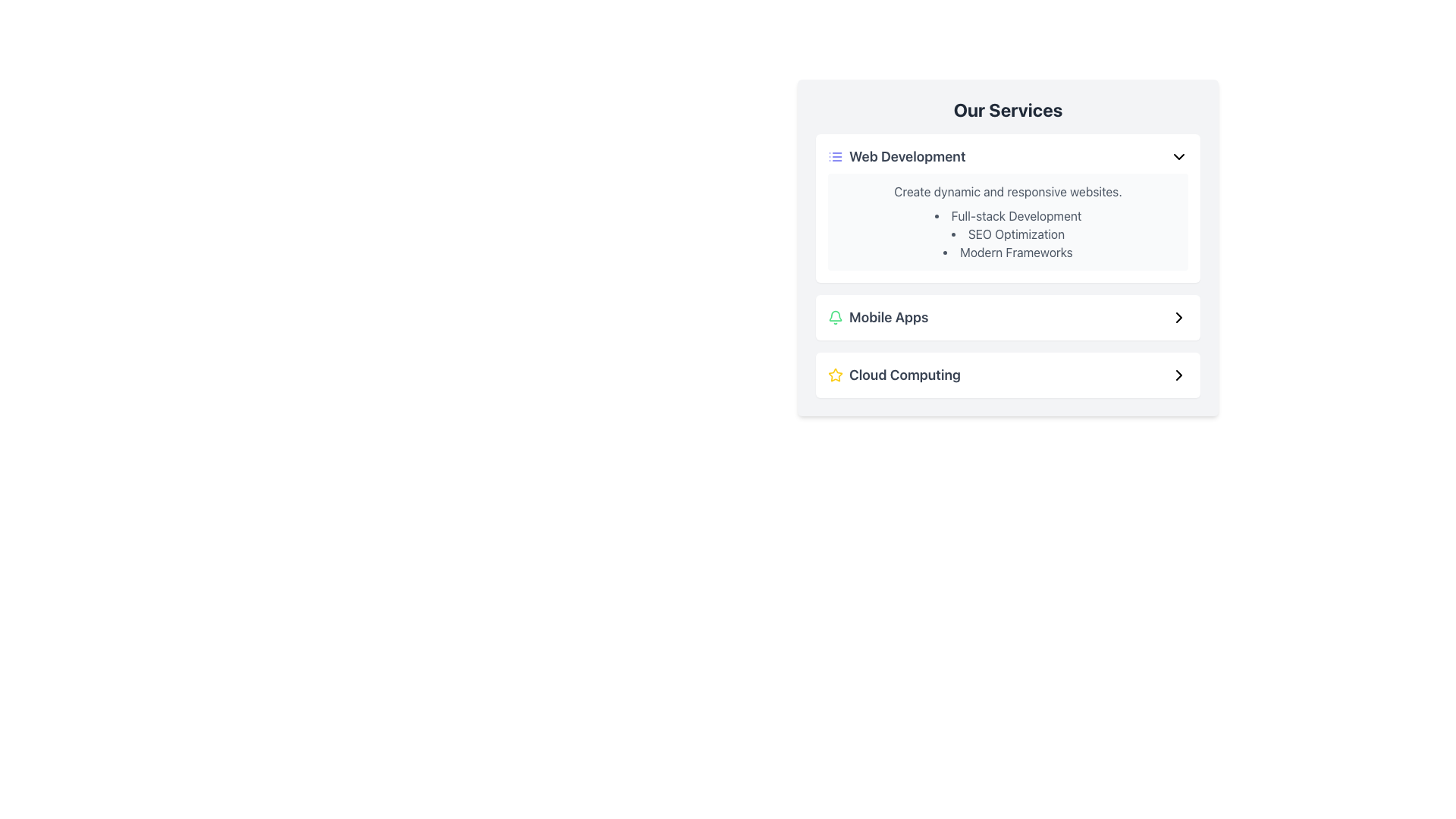  I want to click on the yellow star-shaped icon with a hollow center, located to the left of the 'Cloud Computing' text in the 'Our Services' section, so click(835, 375).